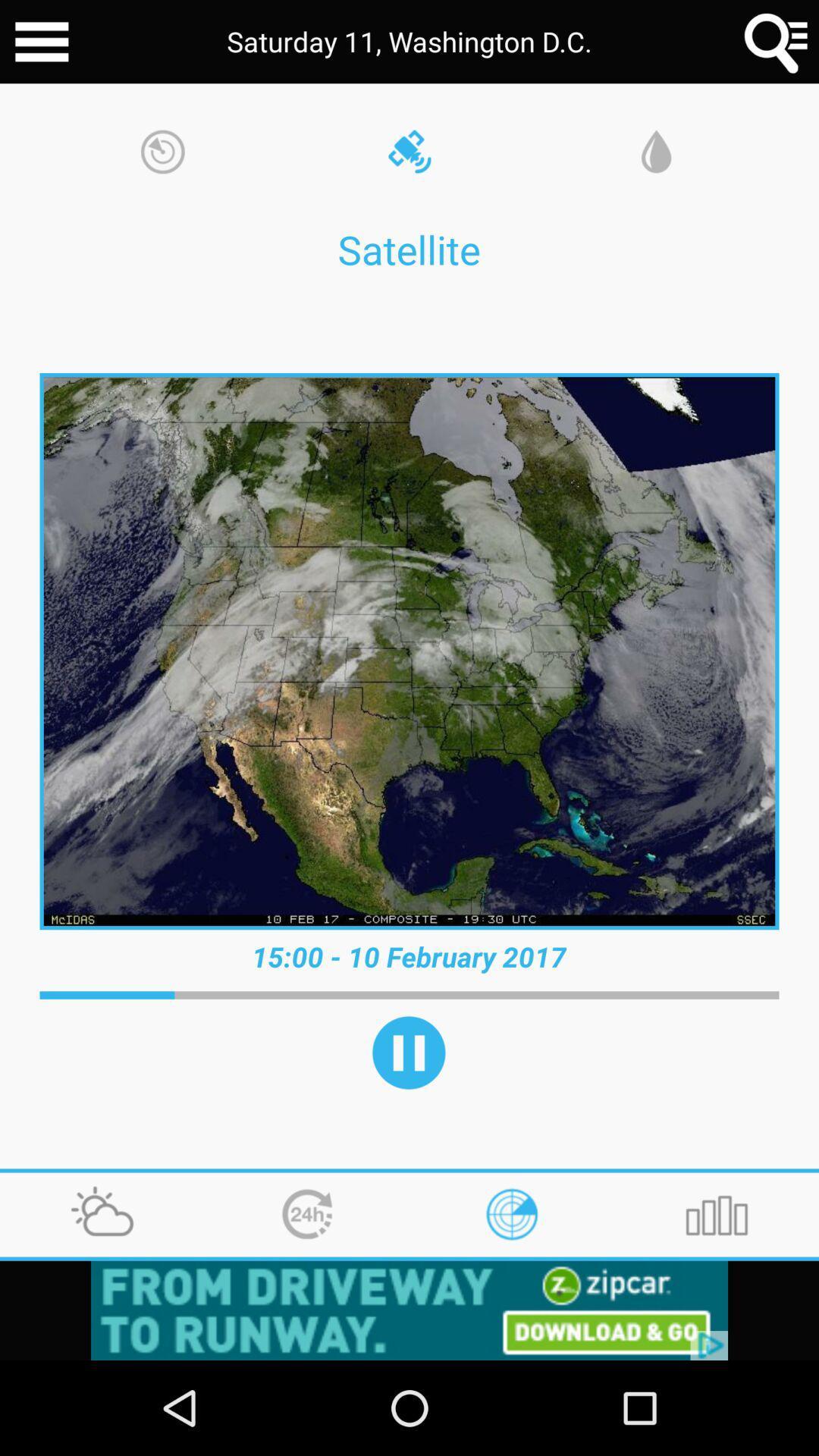  What do you see at coordinates (717, 1215) in the screenshot?
I see `the icon which is at bottom right corner` at bounding box center [717, 1215].